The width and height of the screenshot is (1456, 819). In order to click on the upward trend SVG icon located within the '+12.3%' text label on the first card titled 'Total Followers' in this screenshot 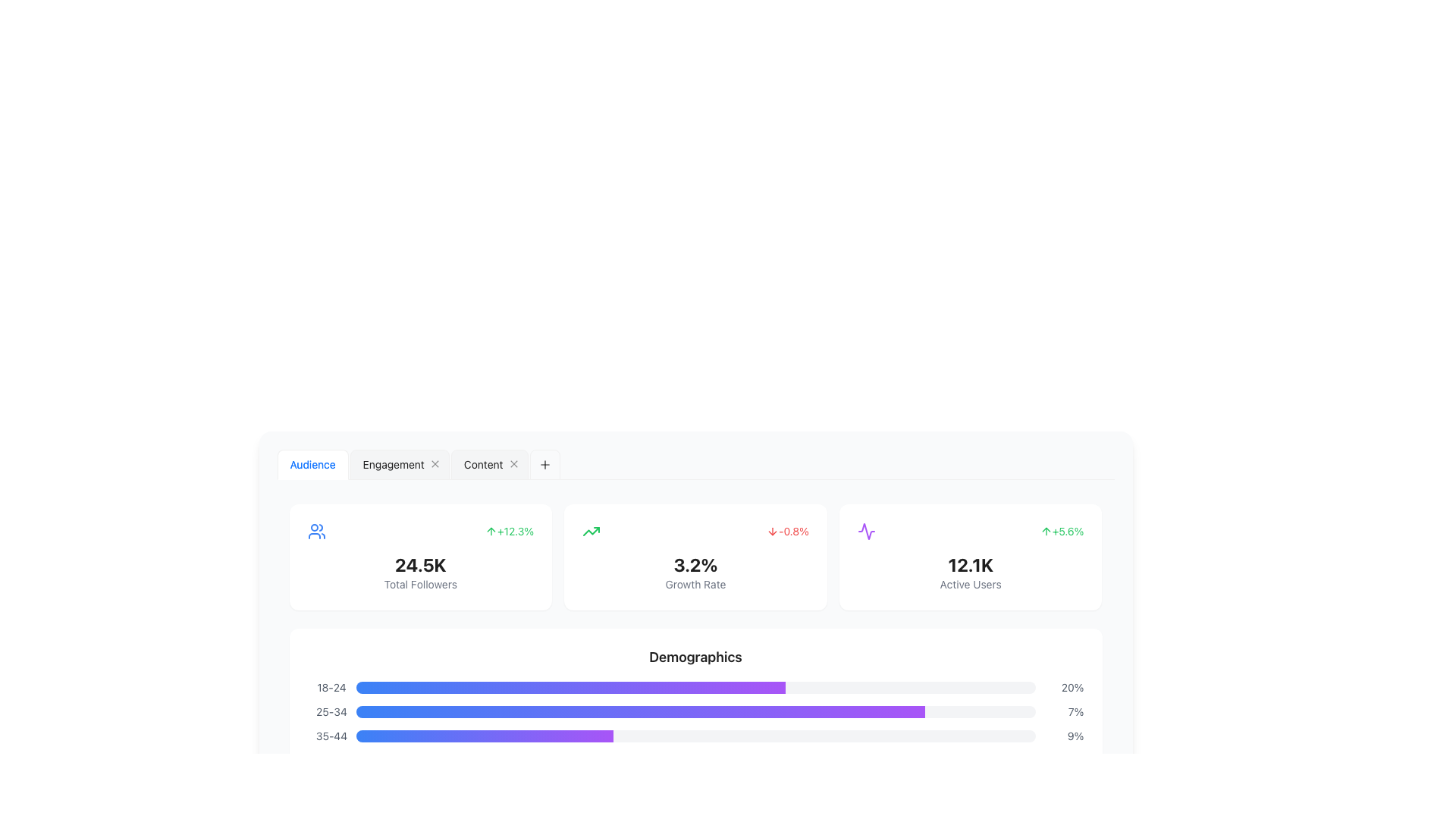, I will do `click(491, 531)`.